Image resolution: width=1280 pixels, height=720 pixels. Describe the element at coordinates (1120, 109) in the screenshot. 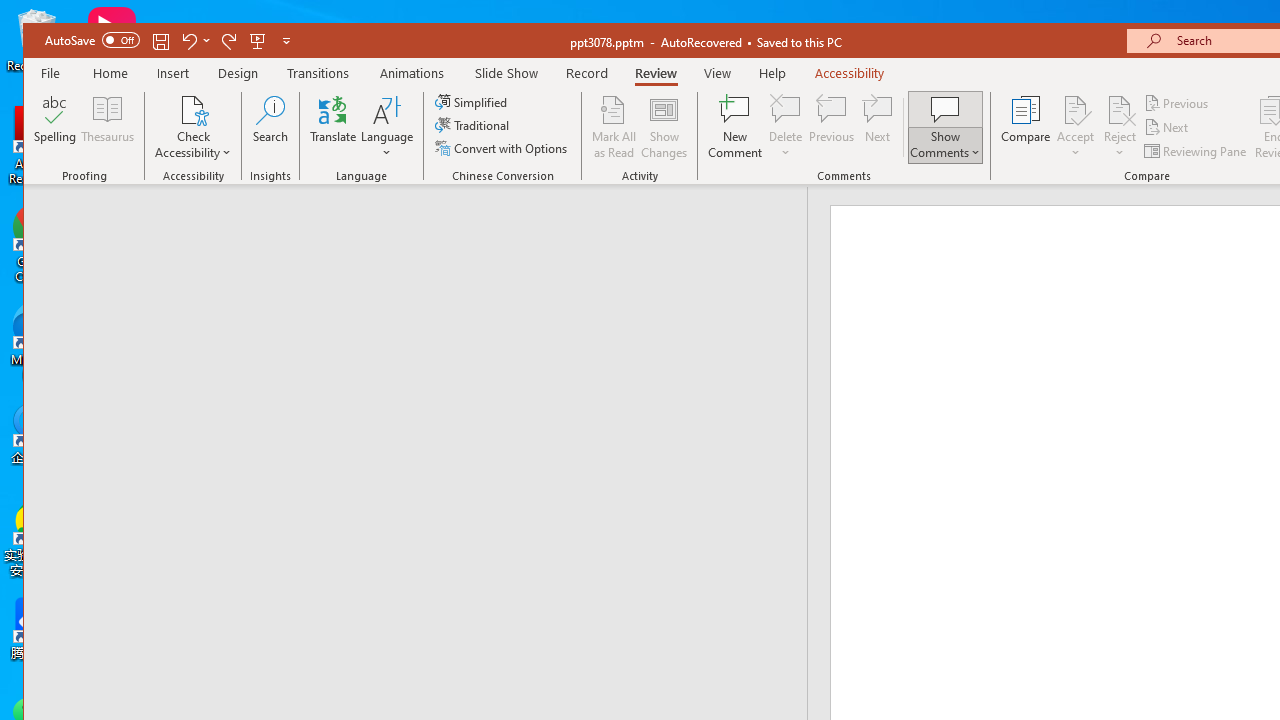

I see `'Reject Change'` at that location.